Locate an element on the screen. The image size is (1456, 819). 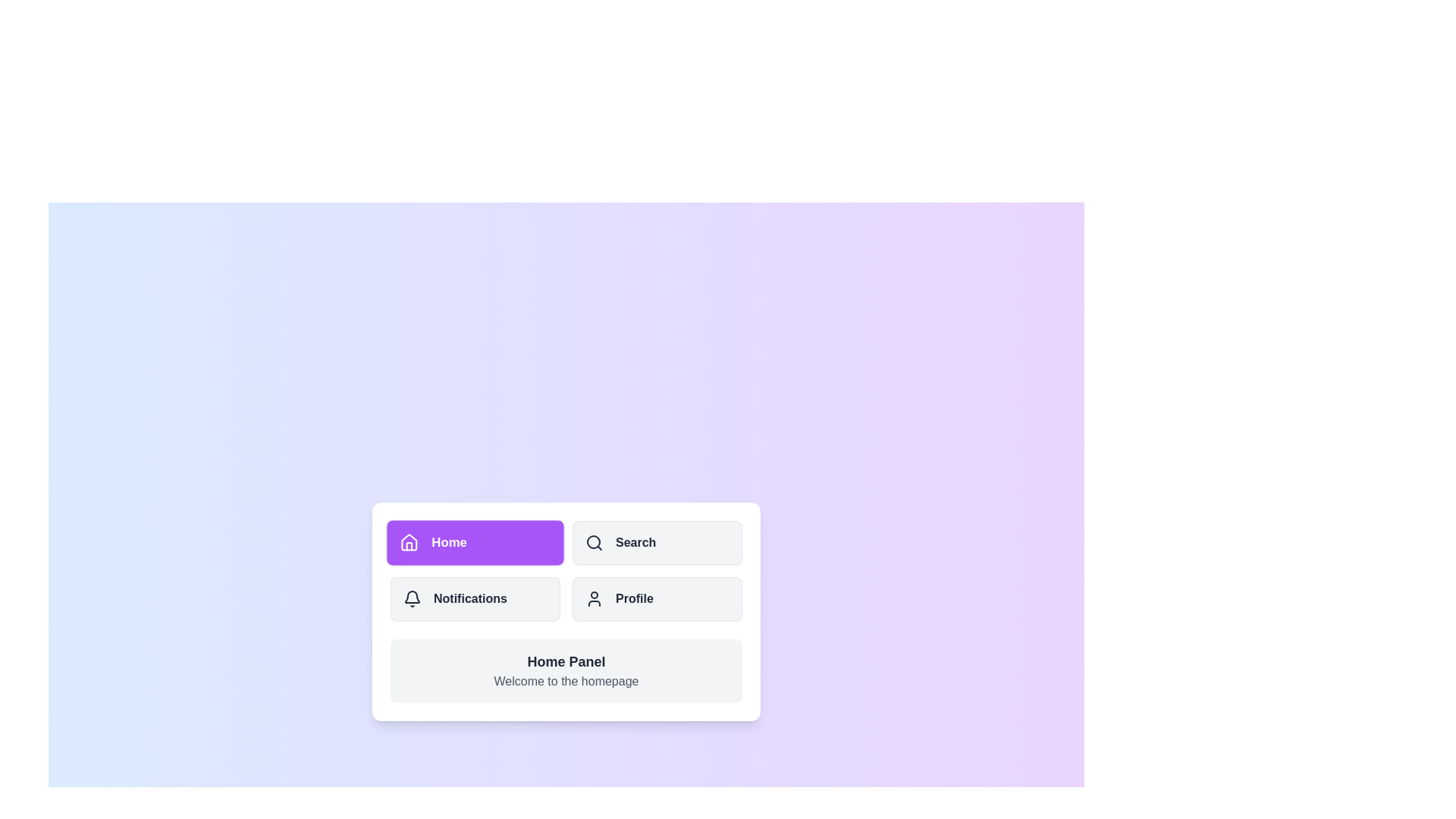
the Search tab in the navigation menu is located at coordinates (657, 542).